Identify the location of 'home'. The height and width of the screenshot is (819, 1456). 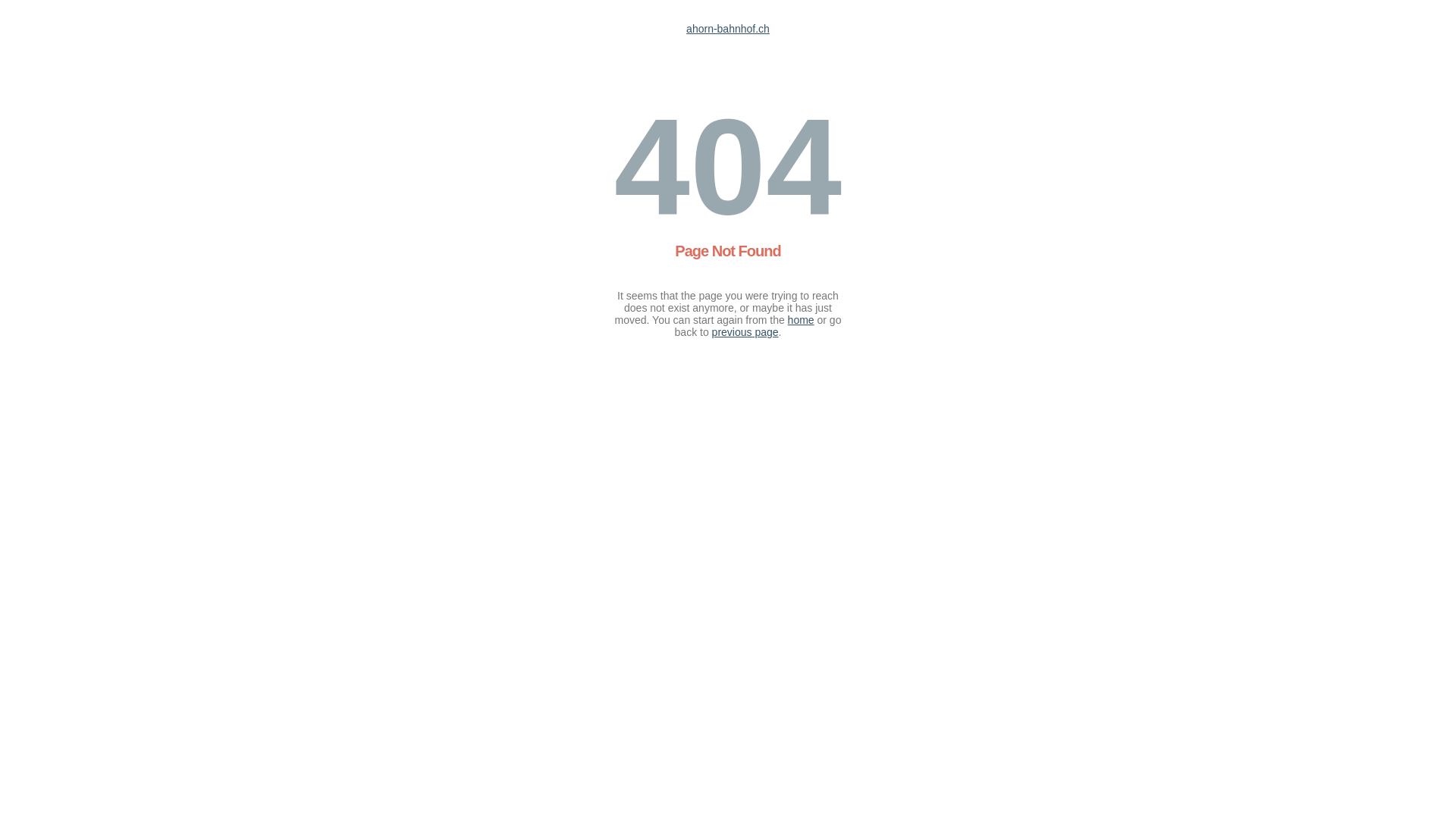
(800, 318).